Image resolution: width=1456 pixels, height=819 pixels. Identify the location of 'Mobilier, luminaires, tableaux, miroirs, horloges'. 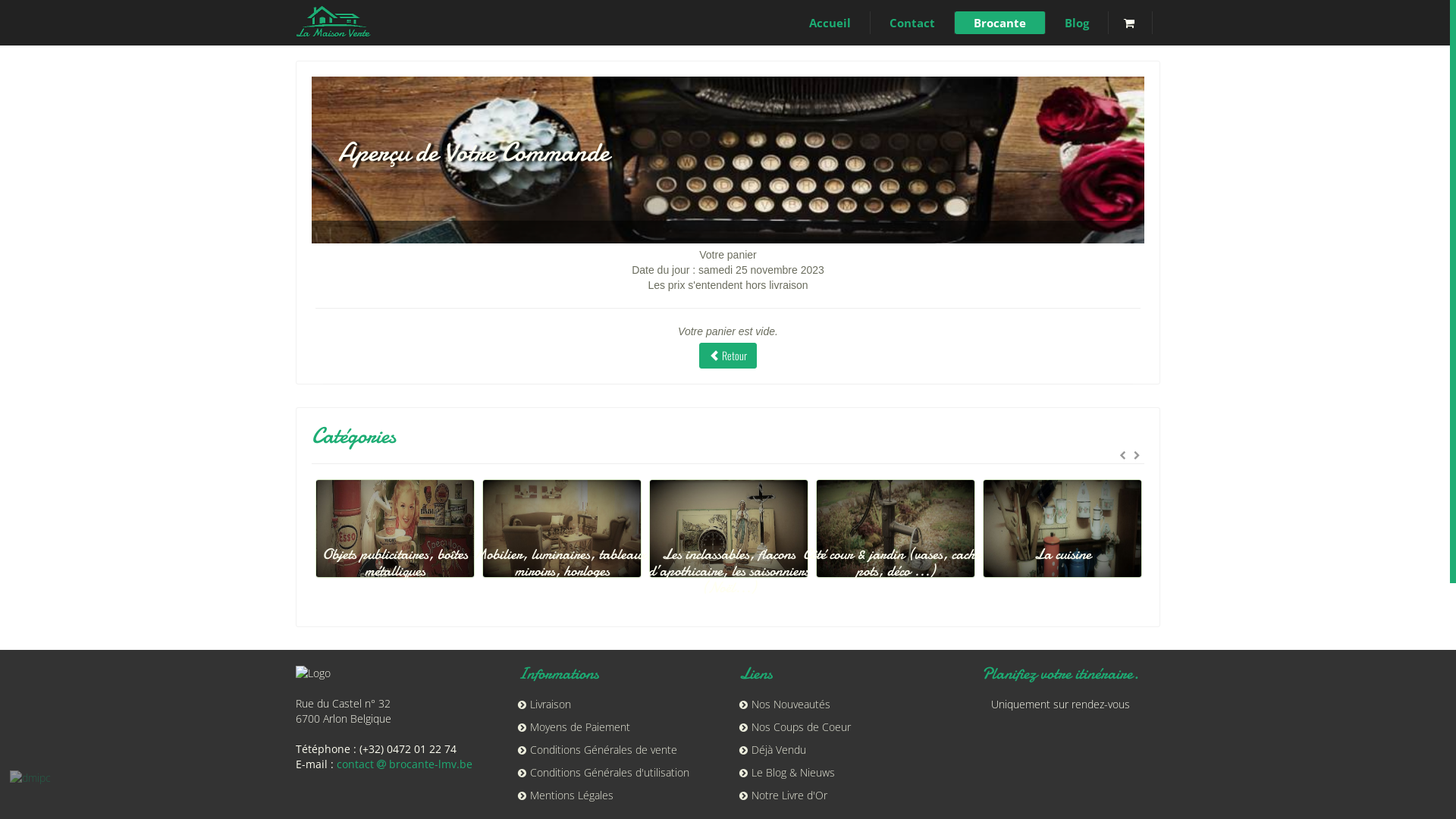
(626, 553).